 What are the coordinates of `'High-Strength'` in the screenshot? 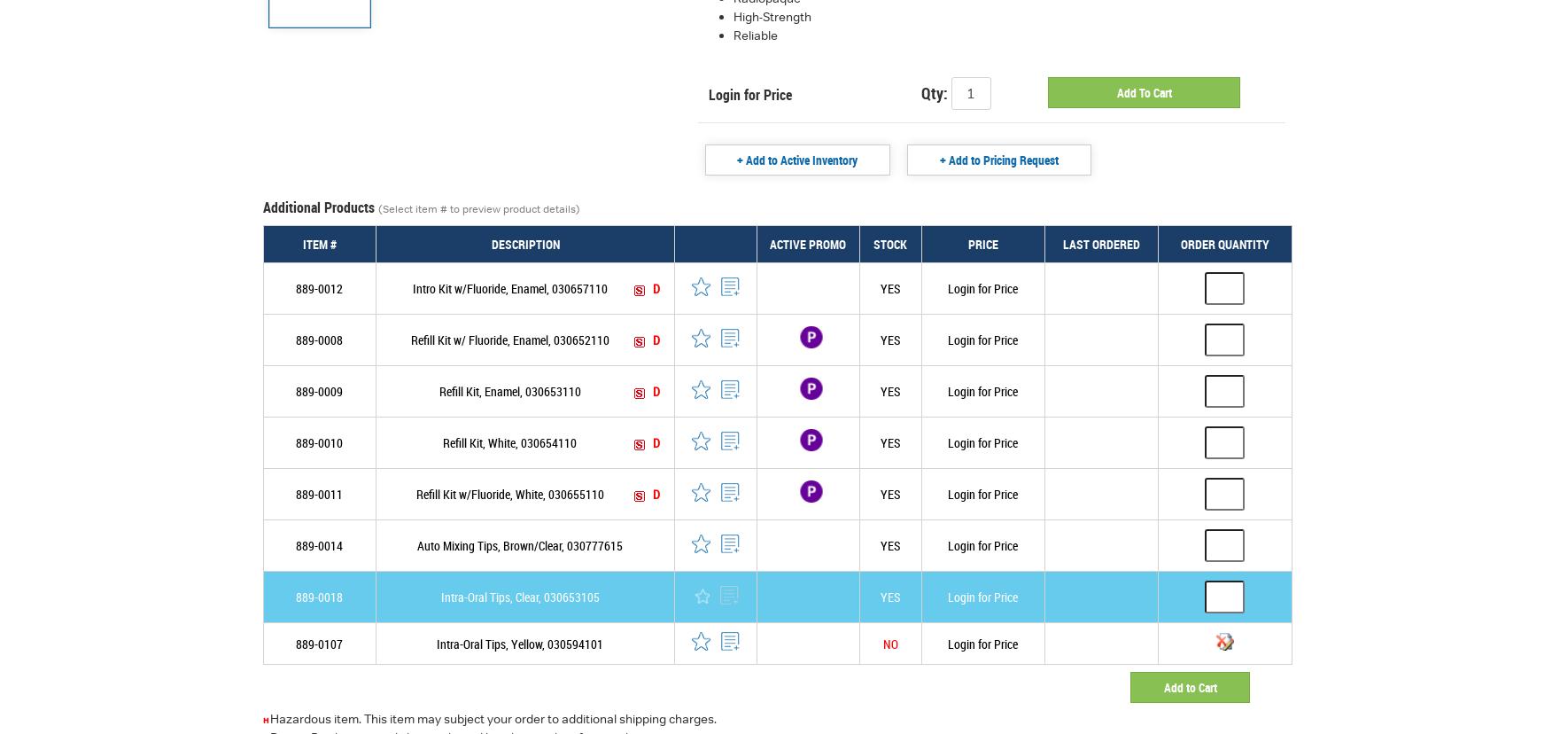 It's located at (772, 15).